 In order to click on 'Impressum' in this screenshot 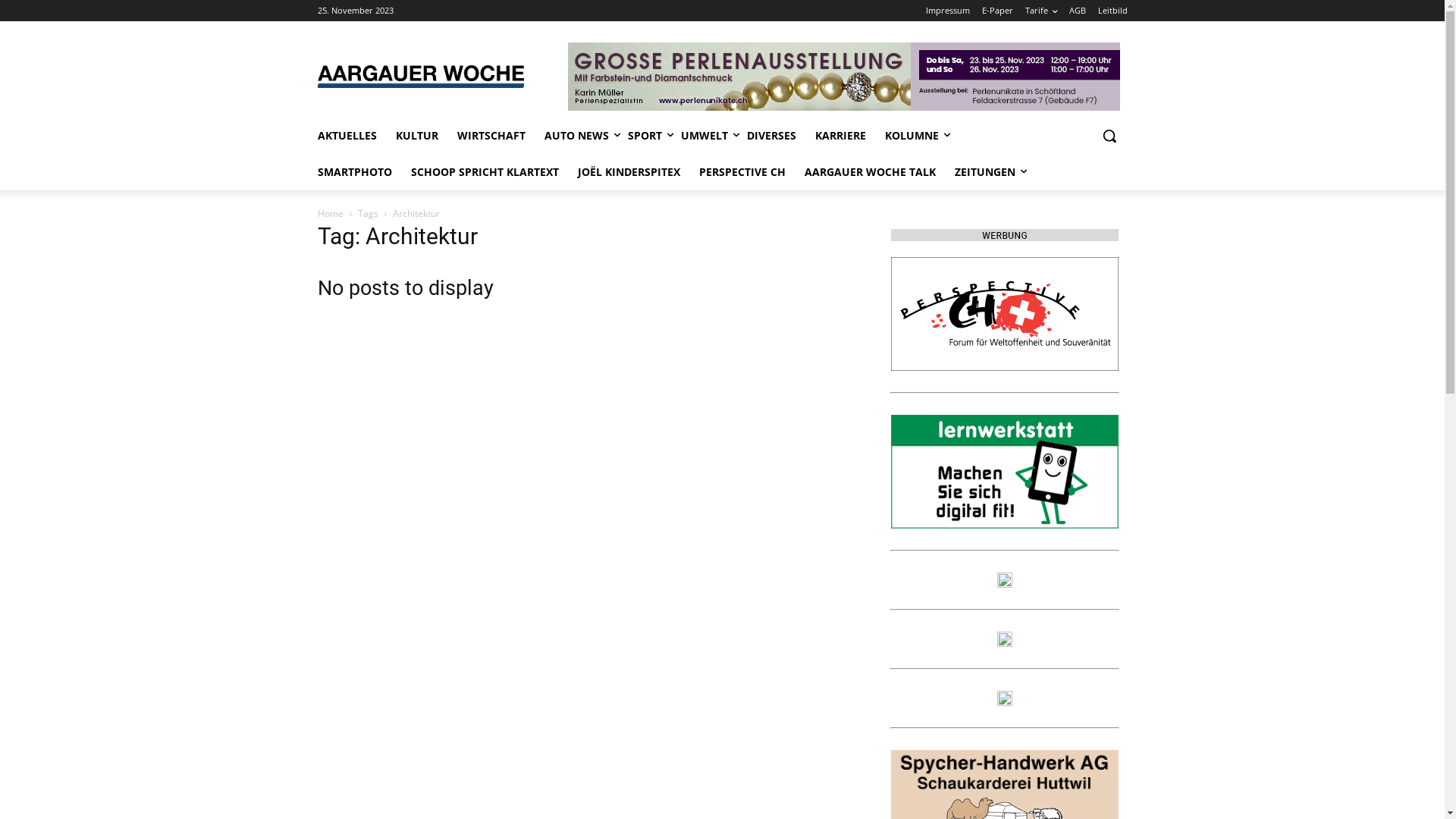, I will do `click(946, 11)`.